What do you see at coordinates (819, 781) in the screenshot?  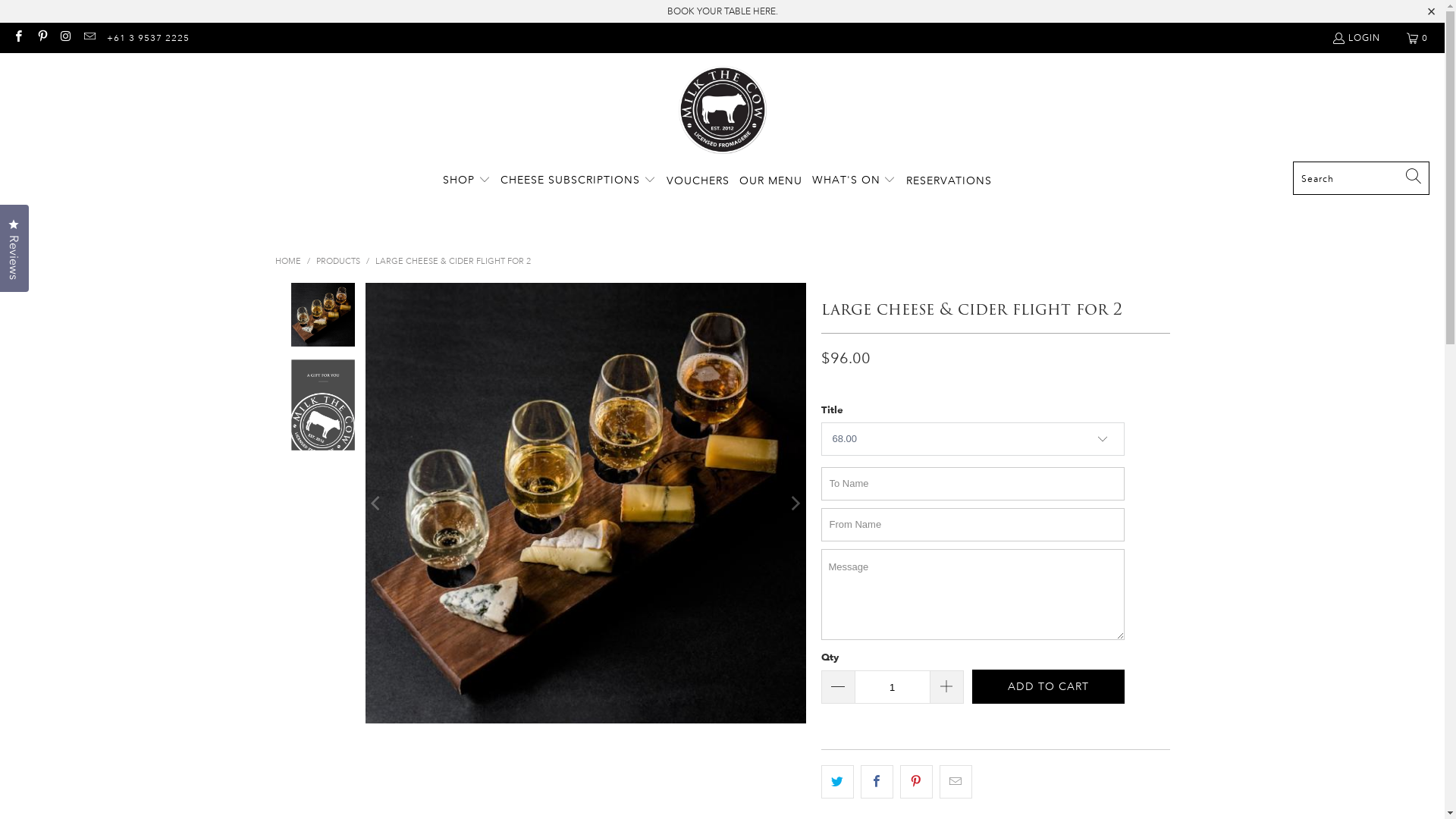 I see `'Share this on Twitter'` at bounding box center [819, 781].